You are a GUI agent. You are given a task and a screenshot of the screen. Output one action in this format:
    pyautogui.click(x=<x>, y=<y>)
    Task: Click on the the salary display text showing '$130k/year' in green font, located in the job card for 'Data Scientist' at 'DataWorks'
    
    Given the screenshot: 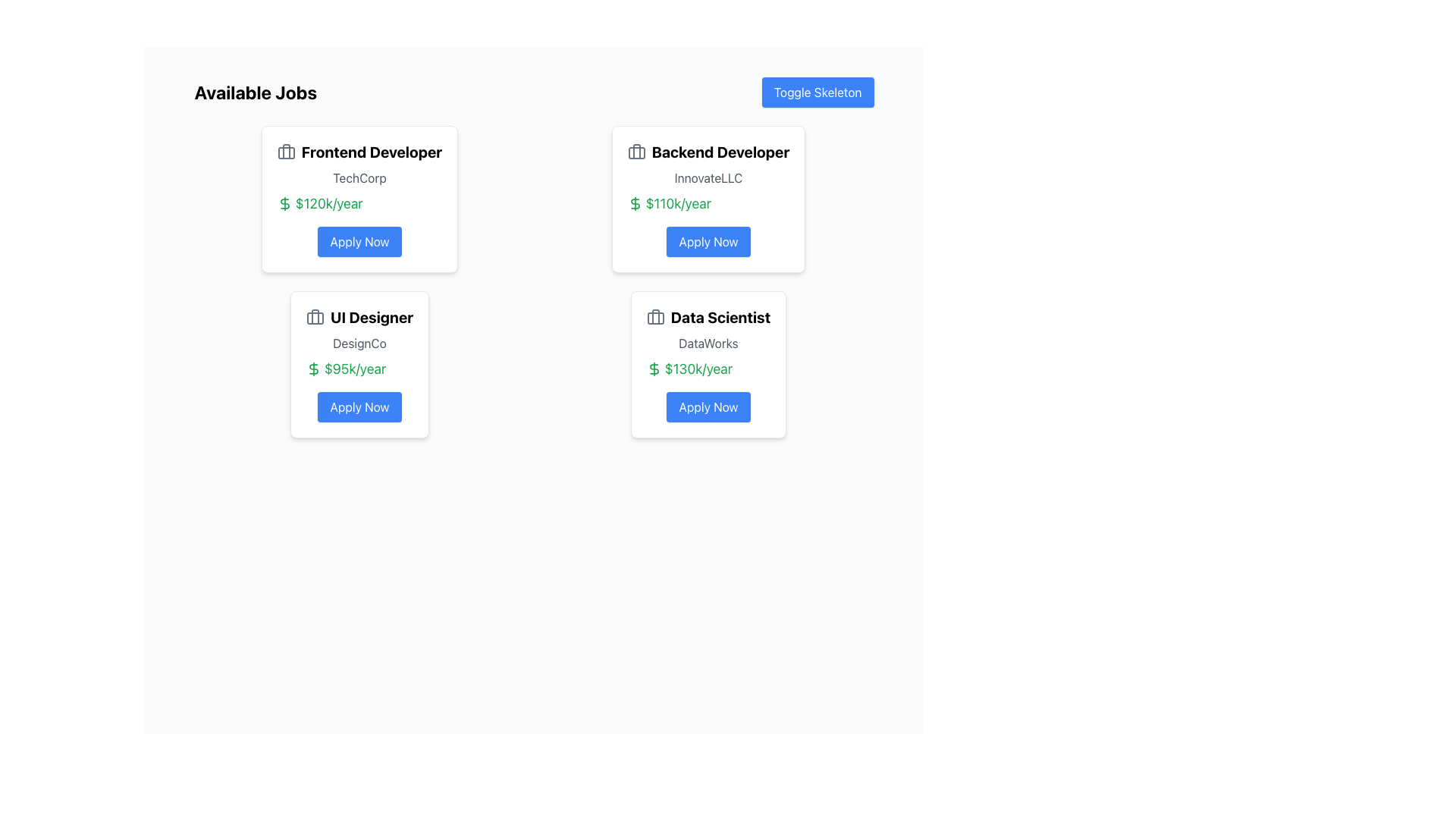 What is the action you would take?
    pyautogui.click(x=708, y=369)
    